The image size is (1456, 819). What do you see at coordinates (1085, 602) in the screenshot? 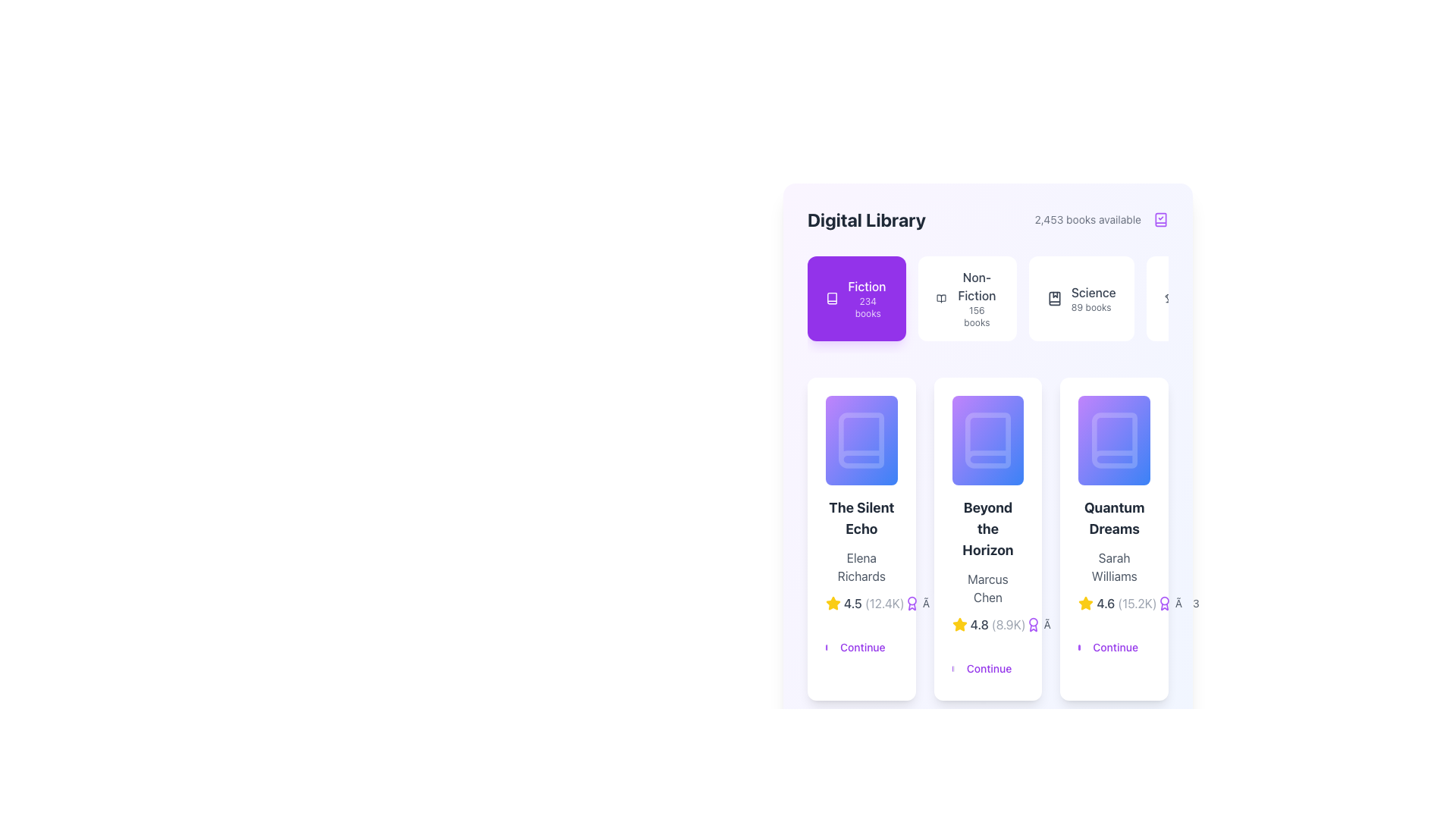
I see `the yellow star-shaped rating icon located below the book entry 'Quantum Dreams' by Sarah Williams, next to the rating value of 4.6` at bounding box center [1085, 602].